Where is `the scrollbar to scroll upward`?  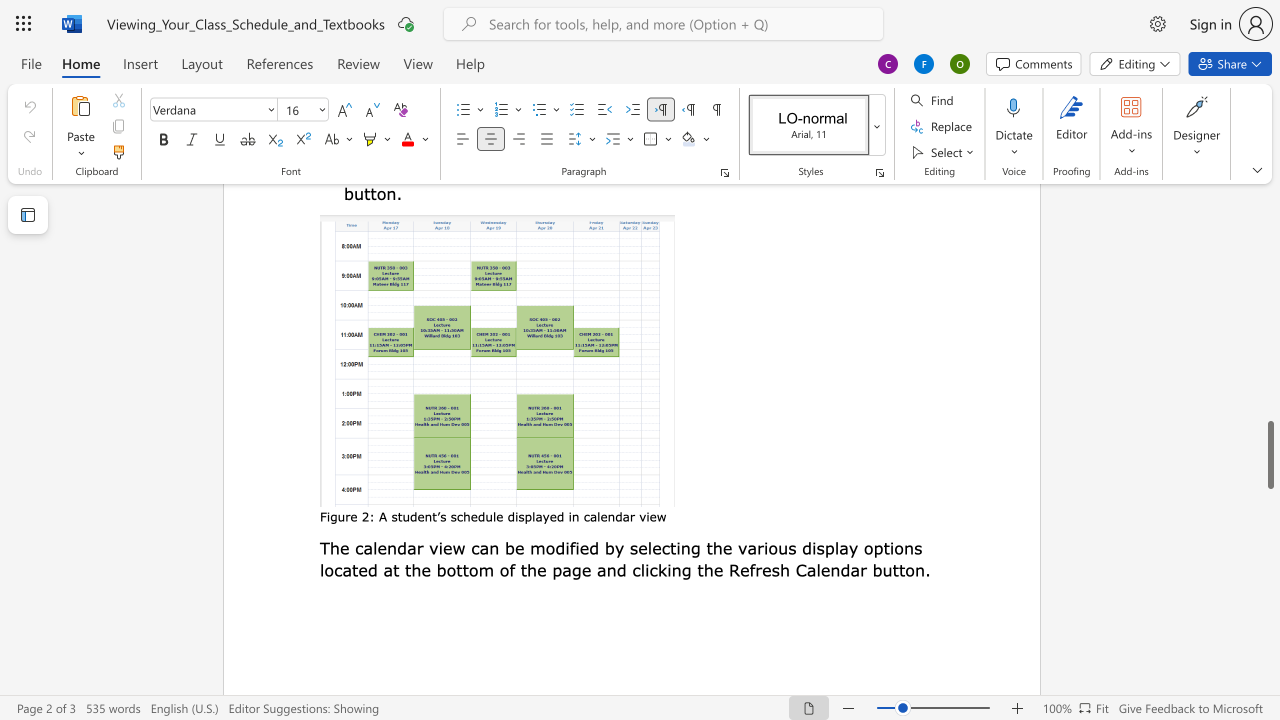 the scrollbar to scroll upward is located at coordinates (1269, 238).